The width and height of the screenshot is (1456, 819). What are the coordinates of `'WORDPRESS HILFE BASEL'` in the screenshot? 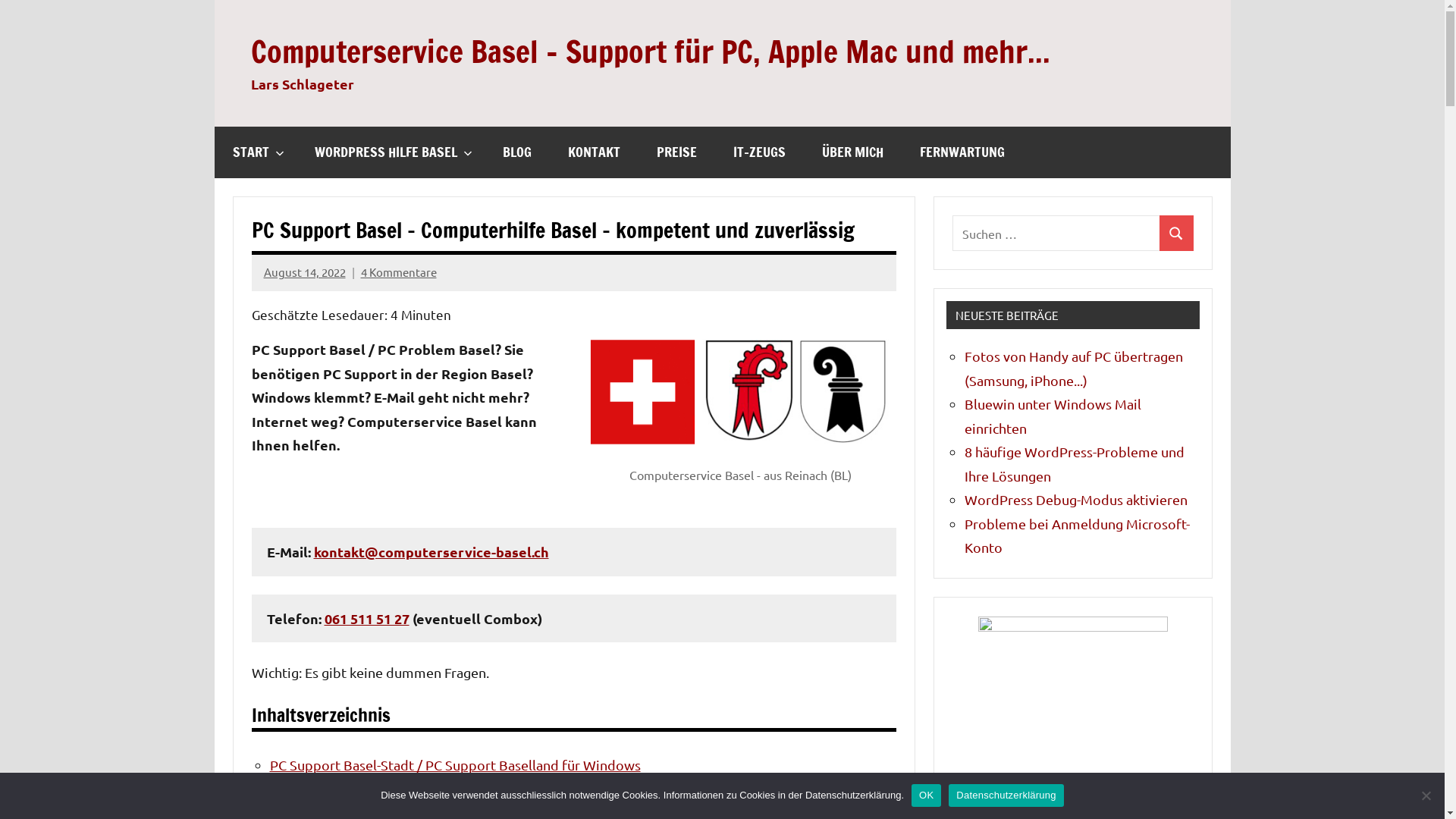 It's located at (389, 152).